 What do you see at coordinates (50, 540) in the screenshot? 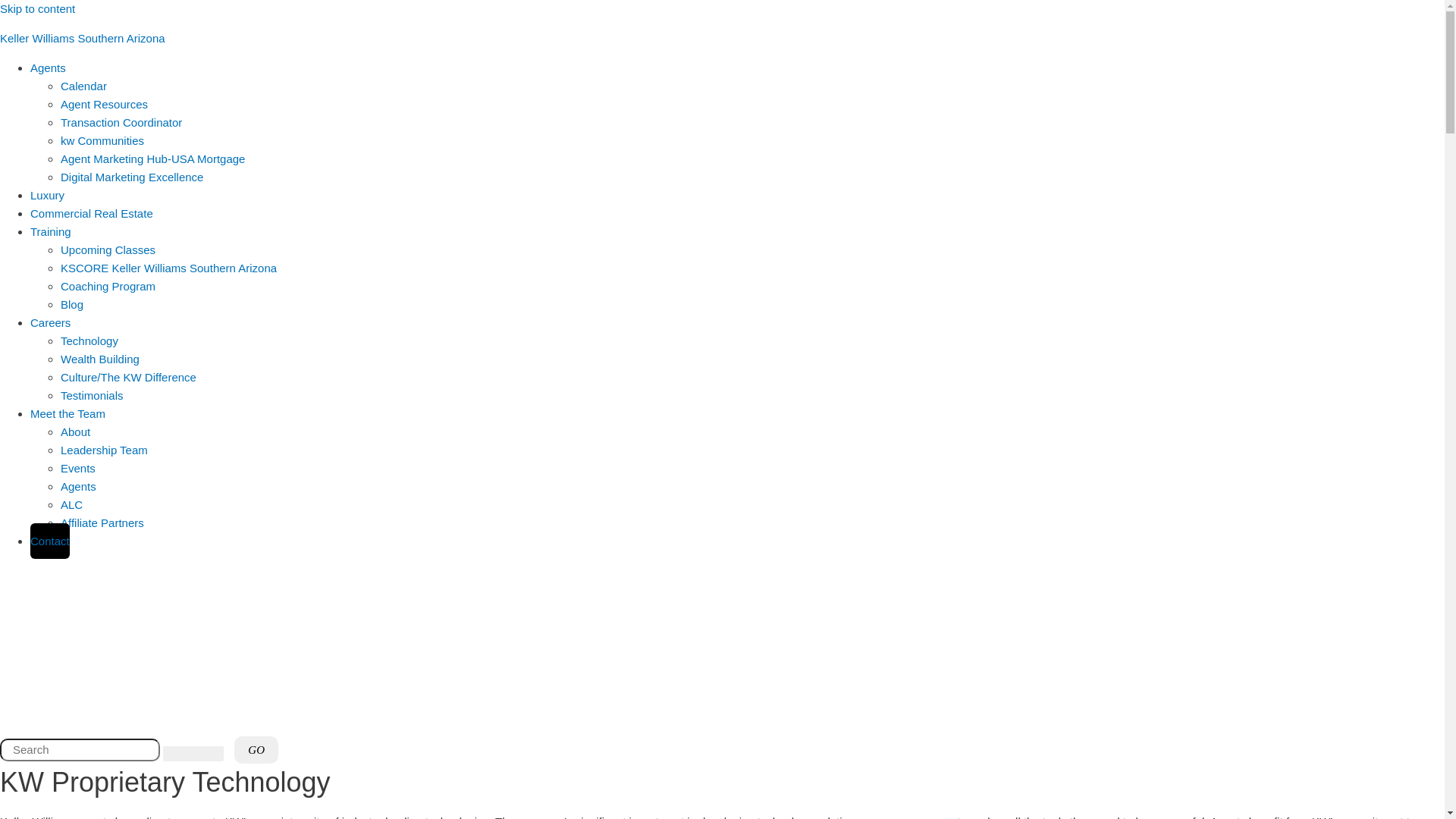
I see `'Contact'` at bounding box center [50, 540].